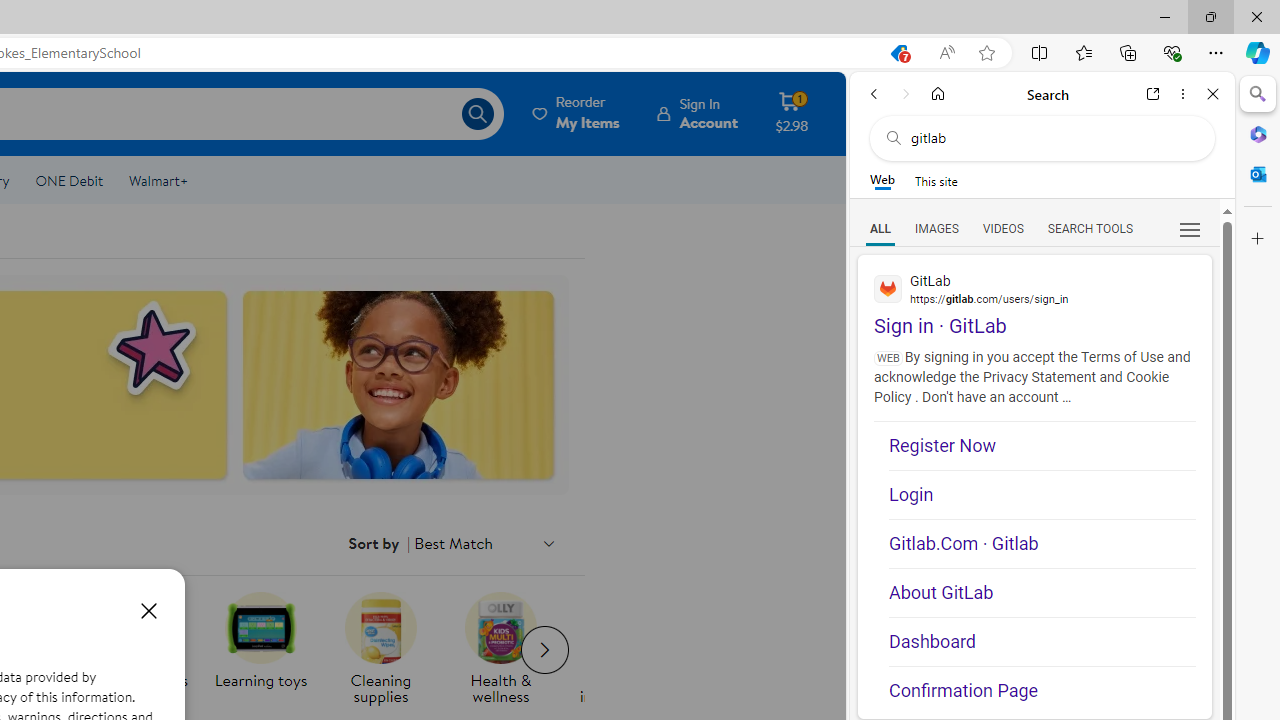  I want to click on 'About GitLab', so click(1041, 591).